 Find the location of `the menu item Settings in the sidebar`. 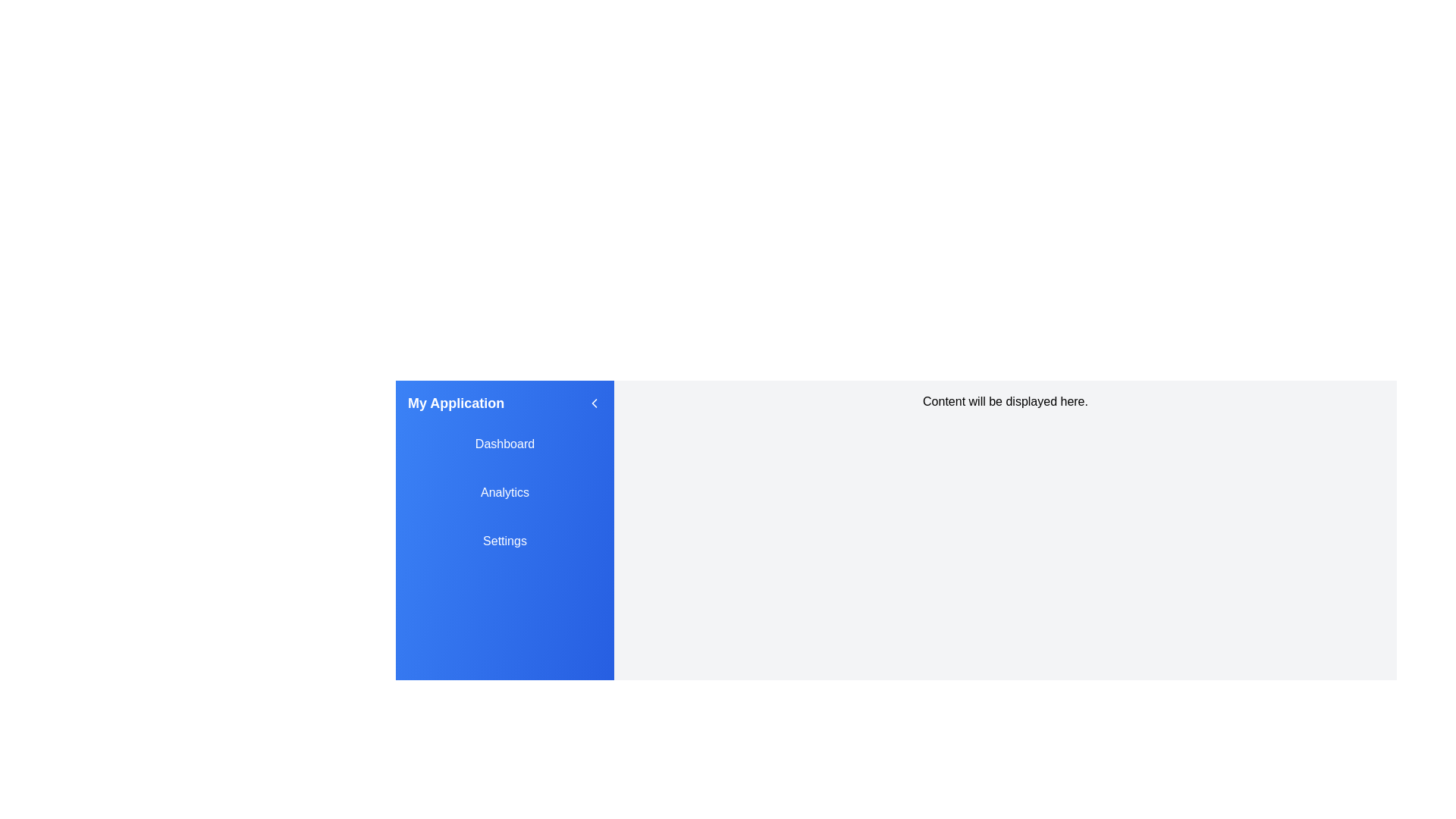

the menu item Settings in the sidebar is located at coordinates (505, 540).